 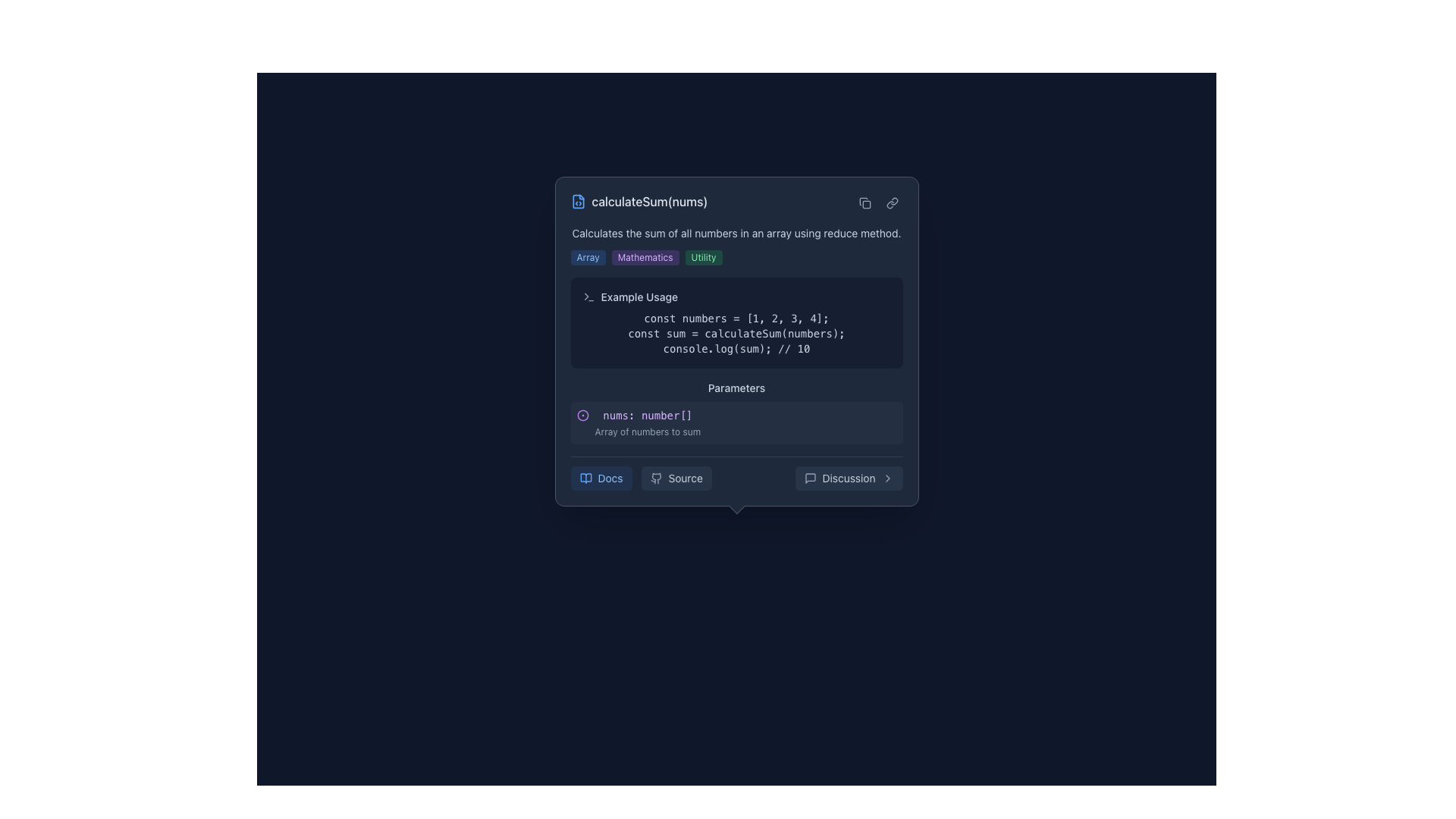 I want to click on the 'Docs' button in the Button Group, so click(x=641, y=479).